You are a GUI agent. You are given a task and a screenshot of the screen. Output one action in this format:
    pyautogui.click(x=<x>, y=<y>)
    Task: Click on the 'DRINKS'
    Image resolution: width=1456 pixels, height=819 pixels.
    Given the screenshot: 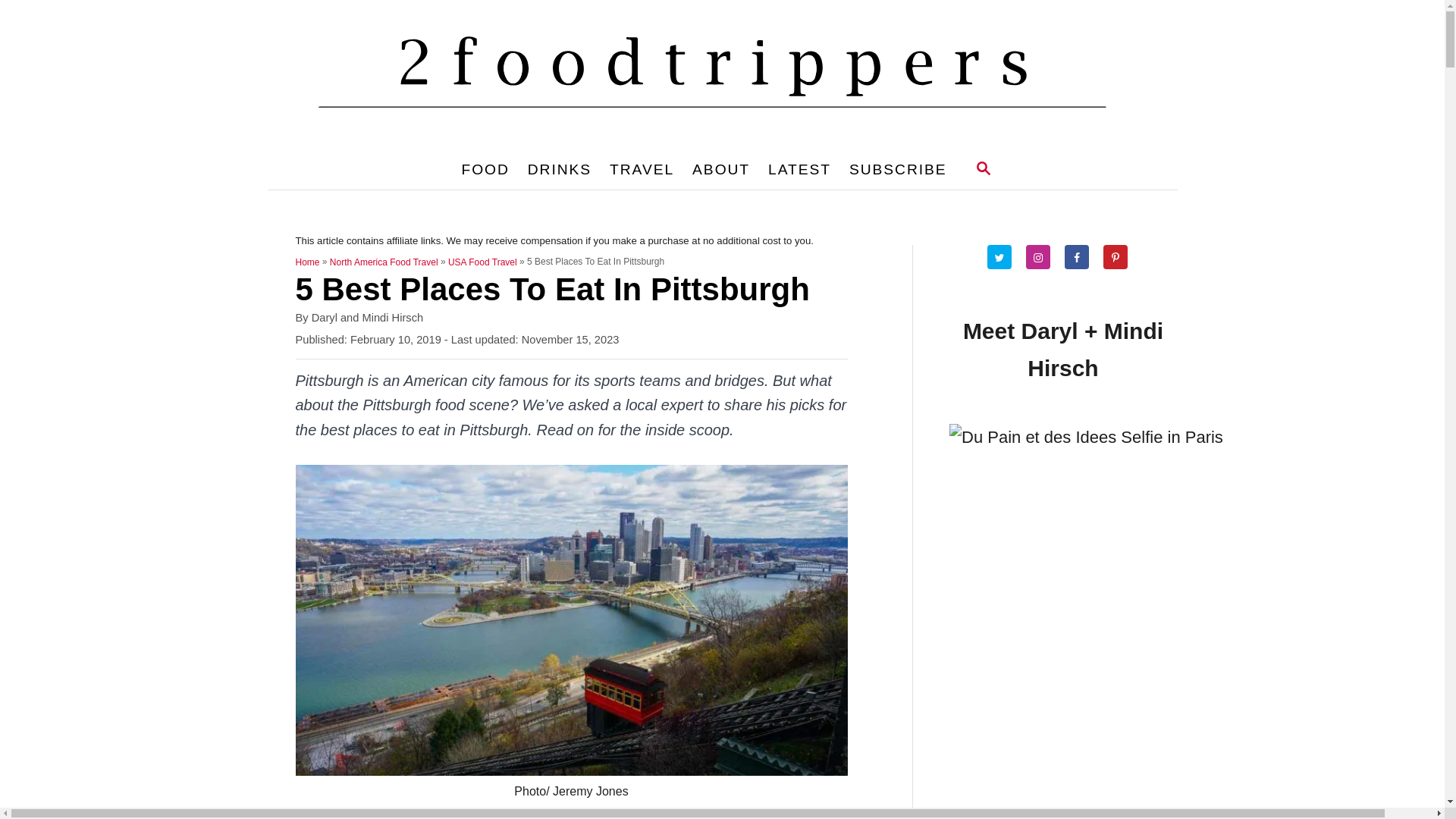 What is the action you would take?
    pyautogui.click(x=559, y=169)
    